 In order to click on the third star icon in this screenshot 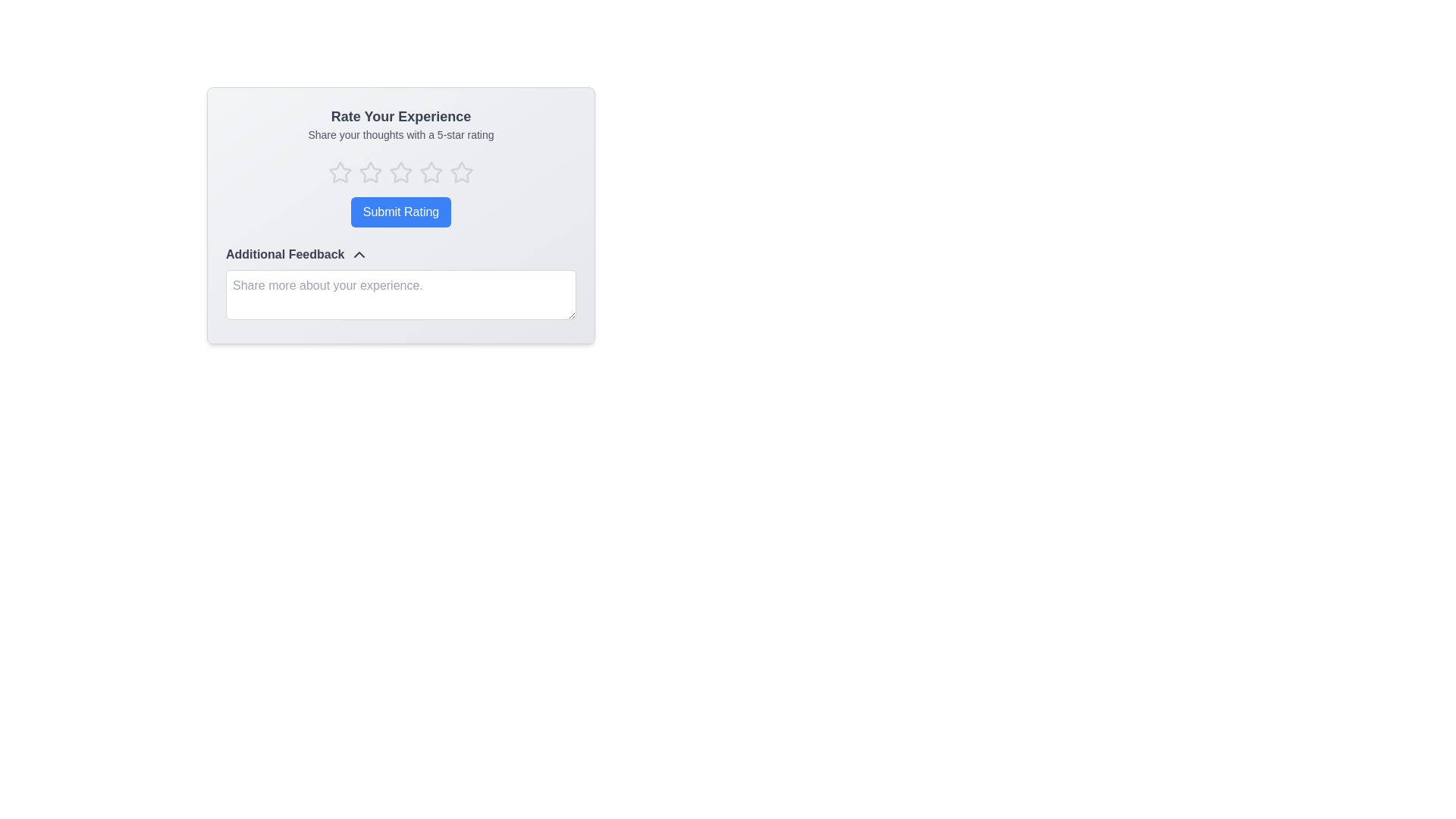, I will do `click(400, 171)`.